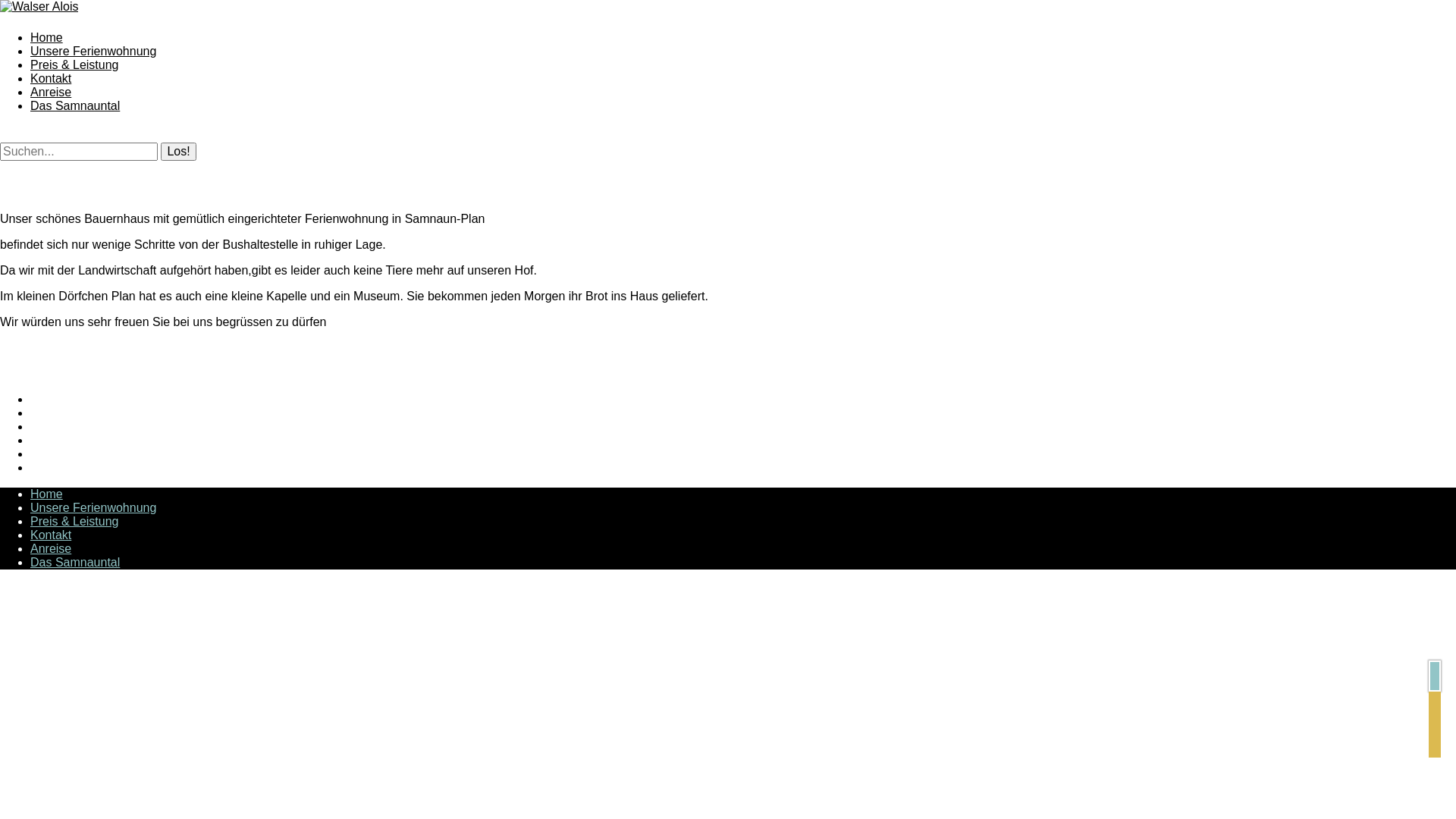 This screenshot has width=1456, height=819. What do you see at coordinates (93, 507) in the screenshot?
I see `'Unsere Ferienwohnung'` at bounding box center [93, 507].